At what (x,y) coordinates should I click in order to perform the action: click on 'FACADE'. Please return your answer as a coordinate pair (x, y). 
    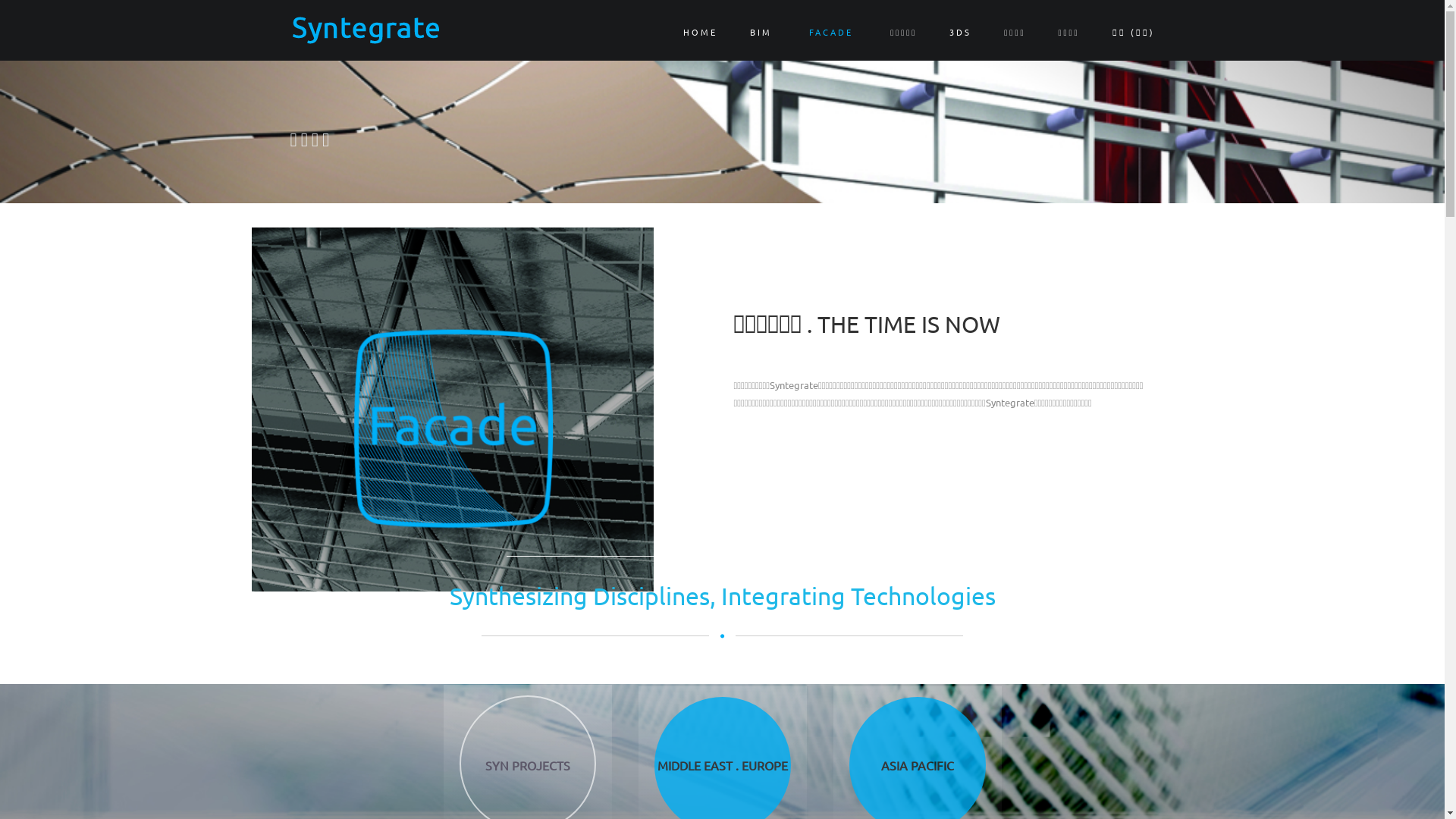
    Looking at the image, I should click on (792, 34).